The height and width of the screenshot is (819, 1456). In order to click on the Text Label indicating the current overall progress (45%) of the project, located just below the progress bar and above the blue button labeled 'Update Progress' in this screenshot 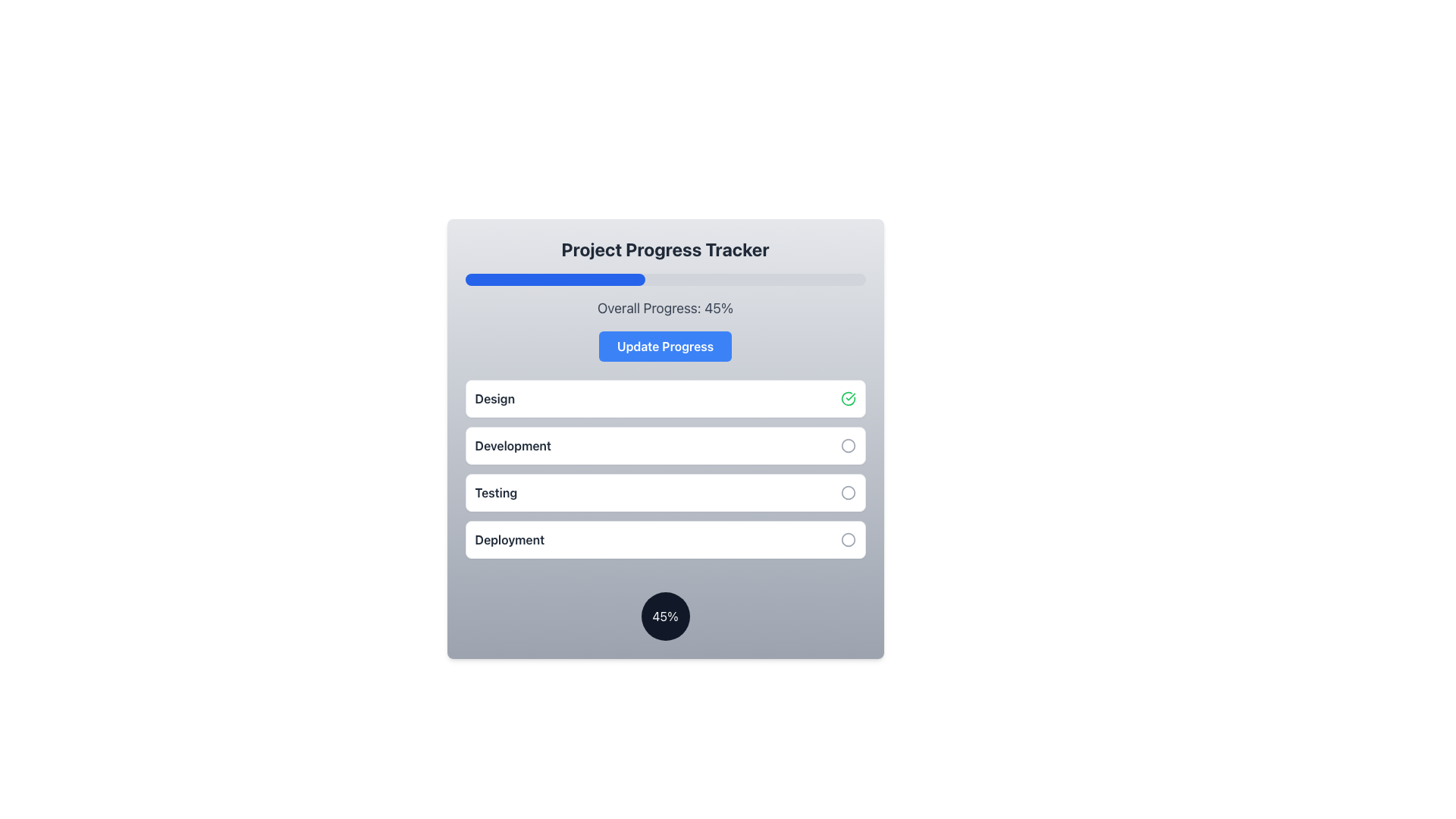, I will do `click(665, 308)`.